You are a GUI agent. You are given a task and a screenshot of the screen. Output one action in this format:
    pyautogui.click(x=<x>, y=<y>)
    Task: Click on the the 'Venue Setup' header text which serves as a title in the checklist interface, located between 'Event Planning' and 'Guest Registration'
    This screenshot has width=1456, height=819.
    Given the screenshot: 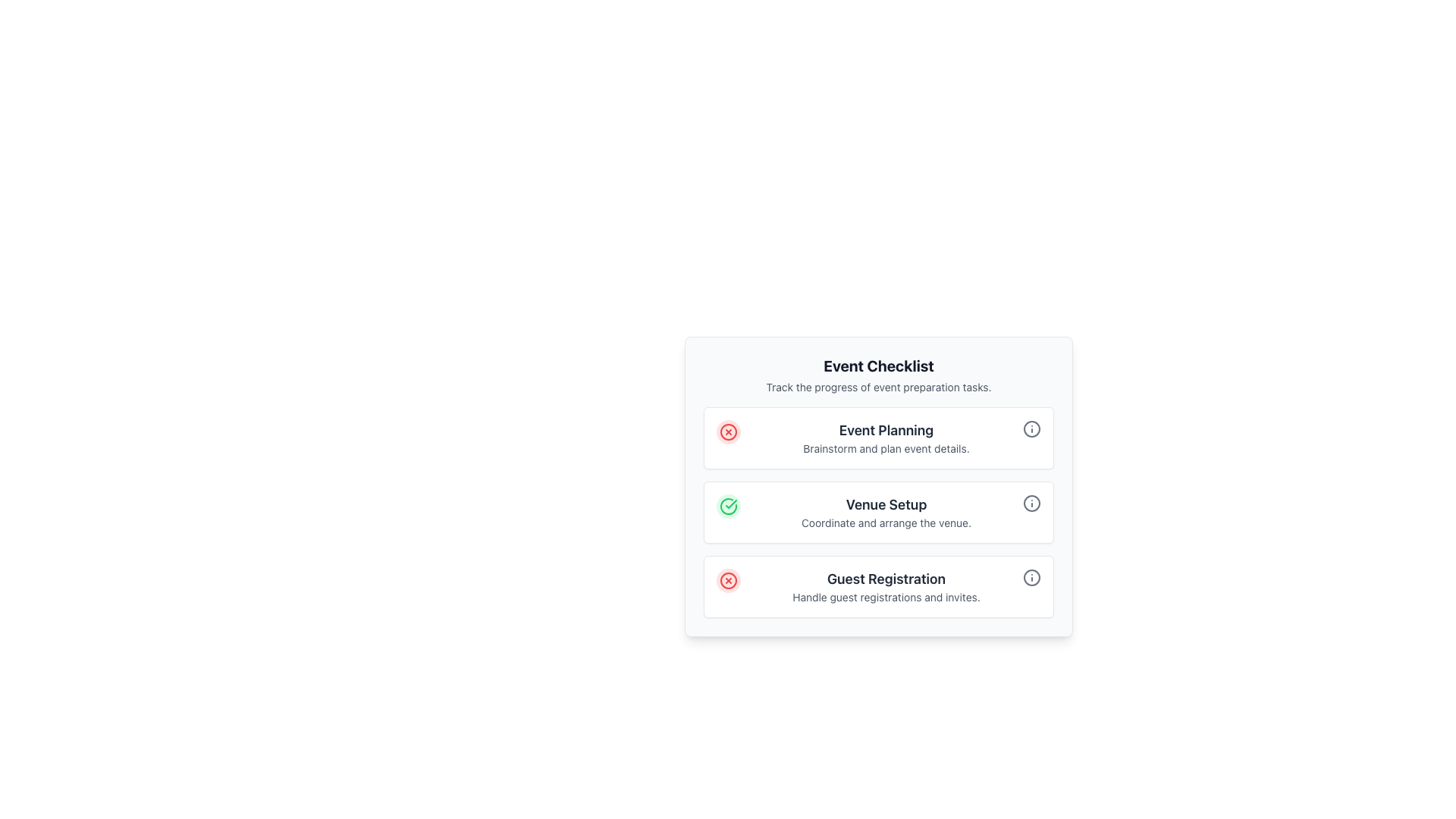 What is the action you would take?
    pyautogui.click(x=886, y=505)
    